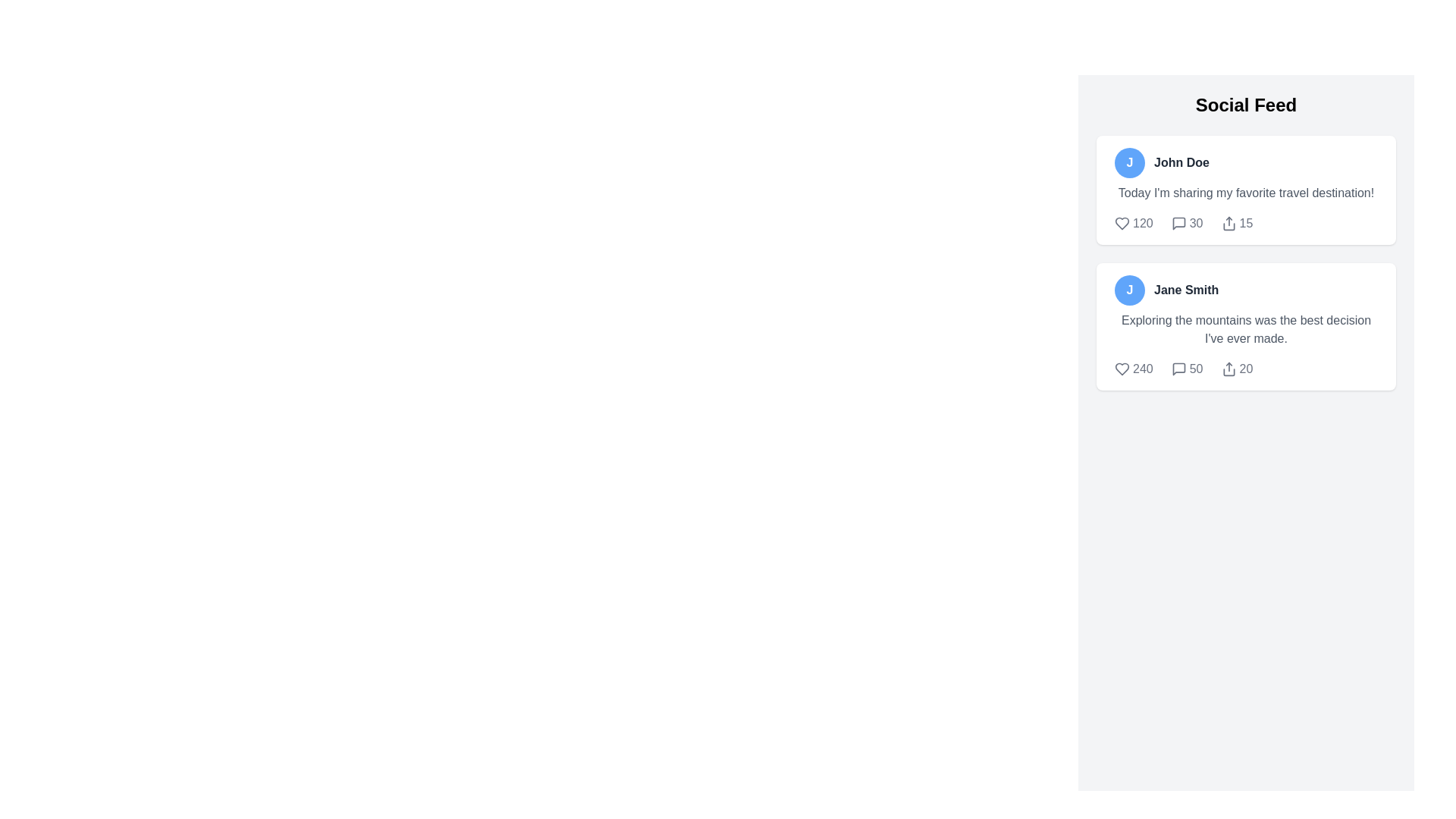  I want to click on the interactive display component that shows a message bubble icon followed by the number '30', so click(1186, 223).